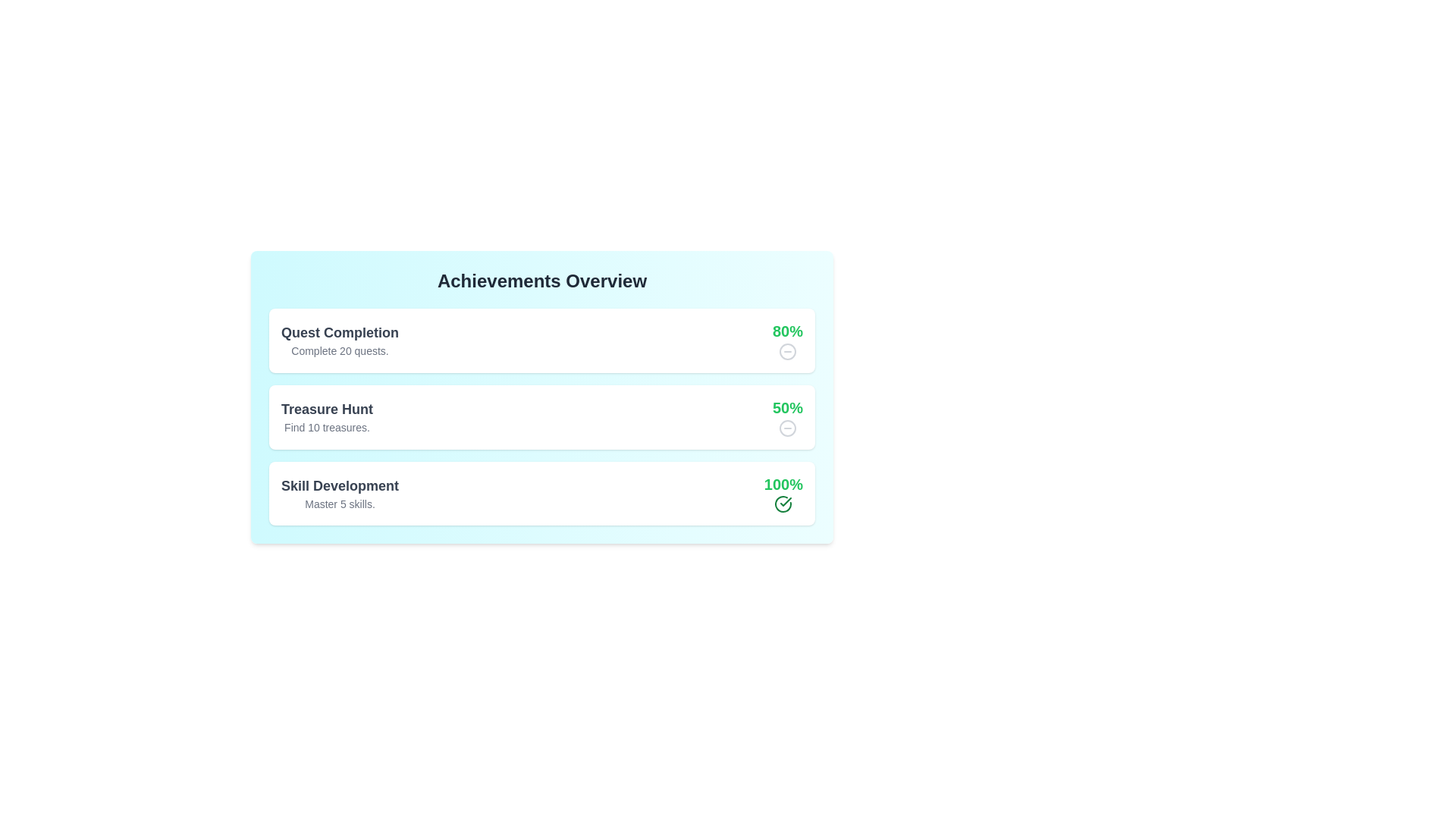  What do you see at coordinates (339, 332) in the screenshot?
I see `the achievement title text label indicating quest completion, positioned at the top left of the achievement card` at bounding box center [339, 332].